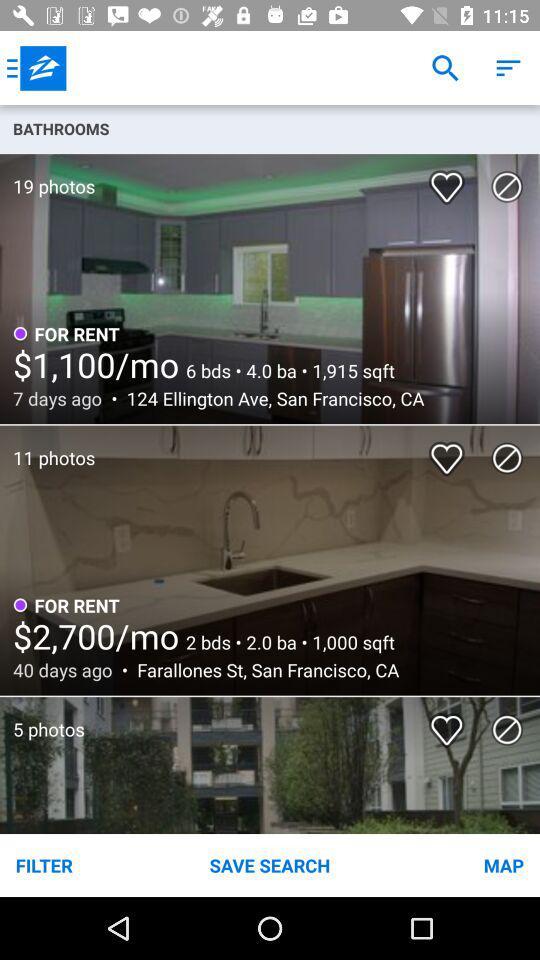 Image resolution: width=540 pixels, height=960 pixels. Describe the element at coordinates (47, 447) in the screenshot. I see `11 photos item` at that location.